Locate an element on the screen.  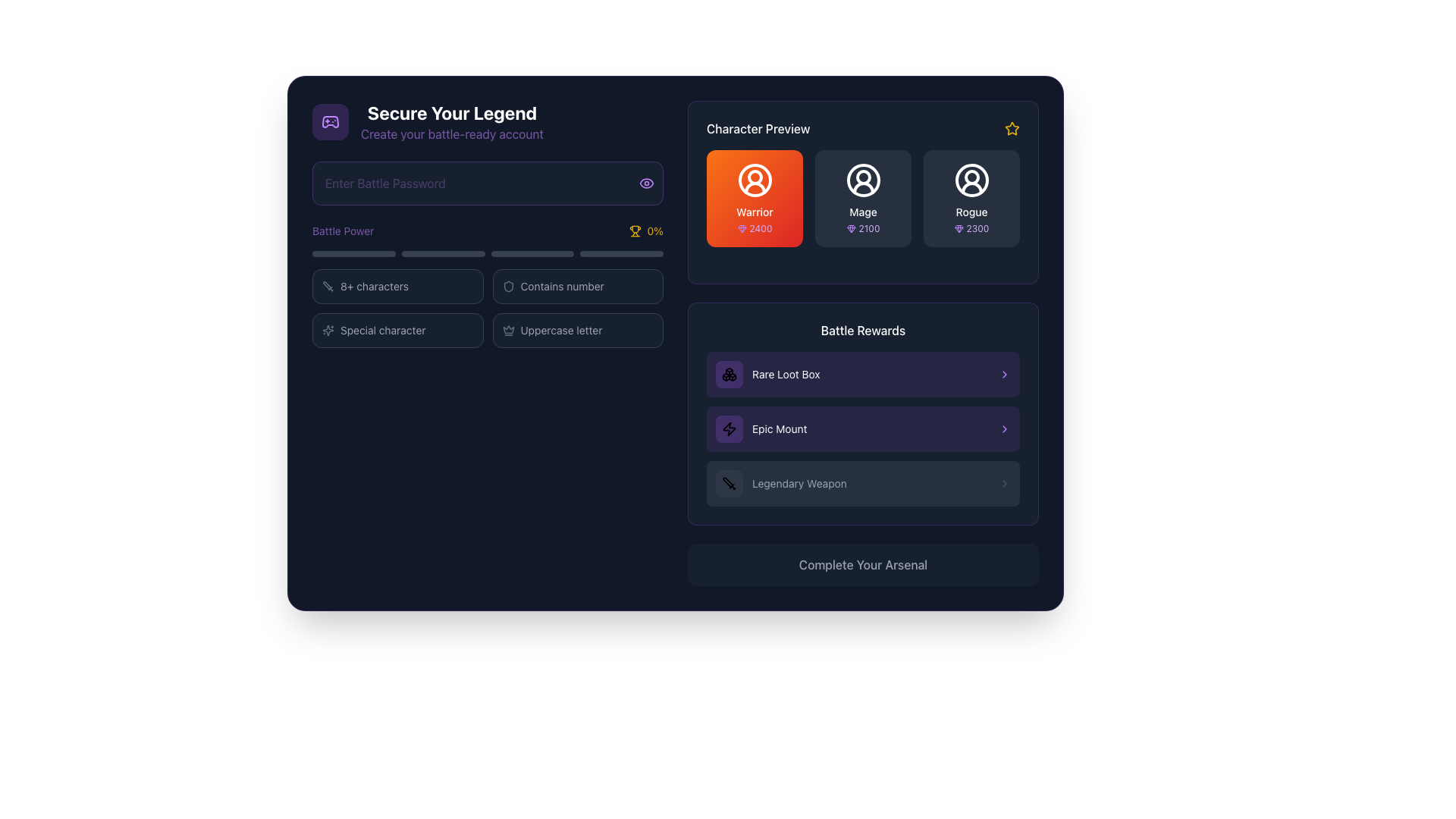
displayed attribute value of the 'Rogue' character, which is shown as a numerical text label next to the purple gem icon beneath the 'Rogue' label in the character preview box is located at coordinates (971, 228).